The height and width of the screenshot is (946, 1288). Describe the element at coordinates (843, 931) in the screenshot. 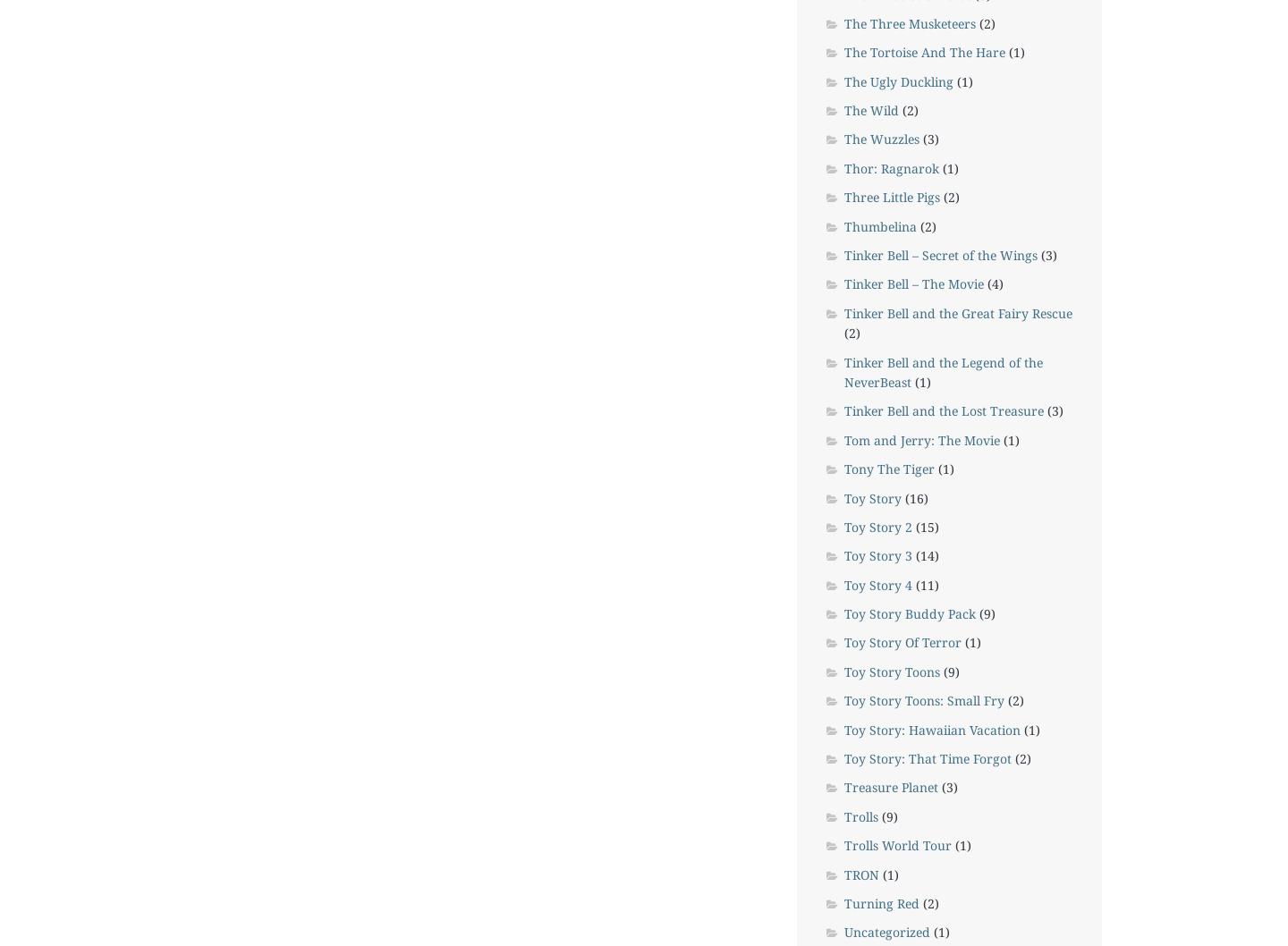

I see `'Uncategorized'` at that location.